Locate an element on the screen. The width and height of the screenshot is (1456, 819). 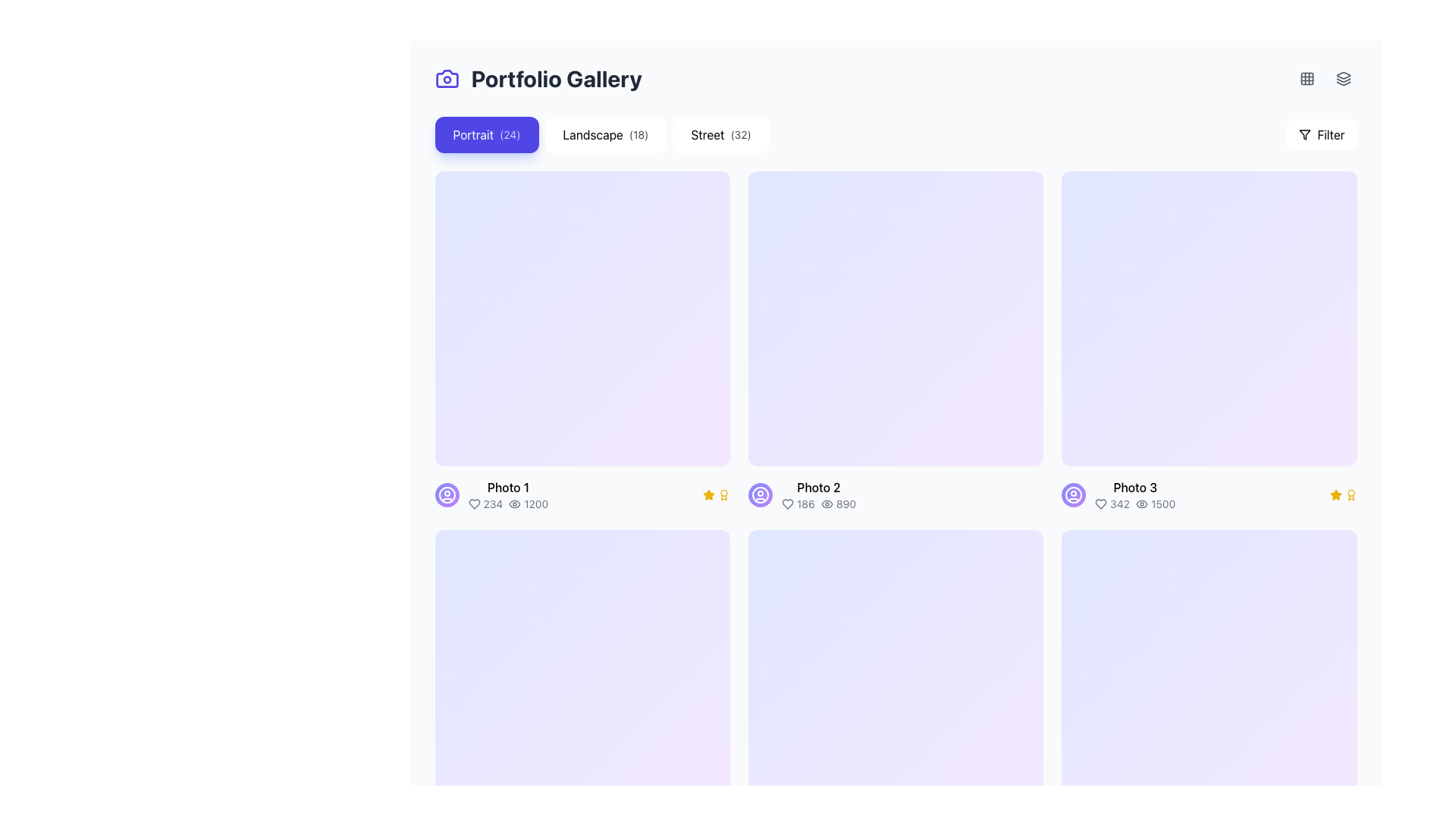
information displayed on the Text Label that indicates the number of items associated with the 'Street' category, located in the top navigation bar between the 'Landscape' button and the filter icon is located at coordinates (741, 133).